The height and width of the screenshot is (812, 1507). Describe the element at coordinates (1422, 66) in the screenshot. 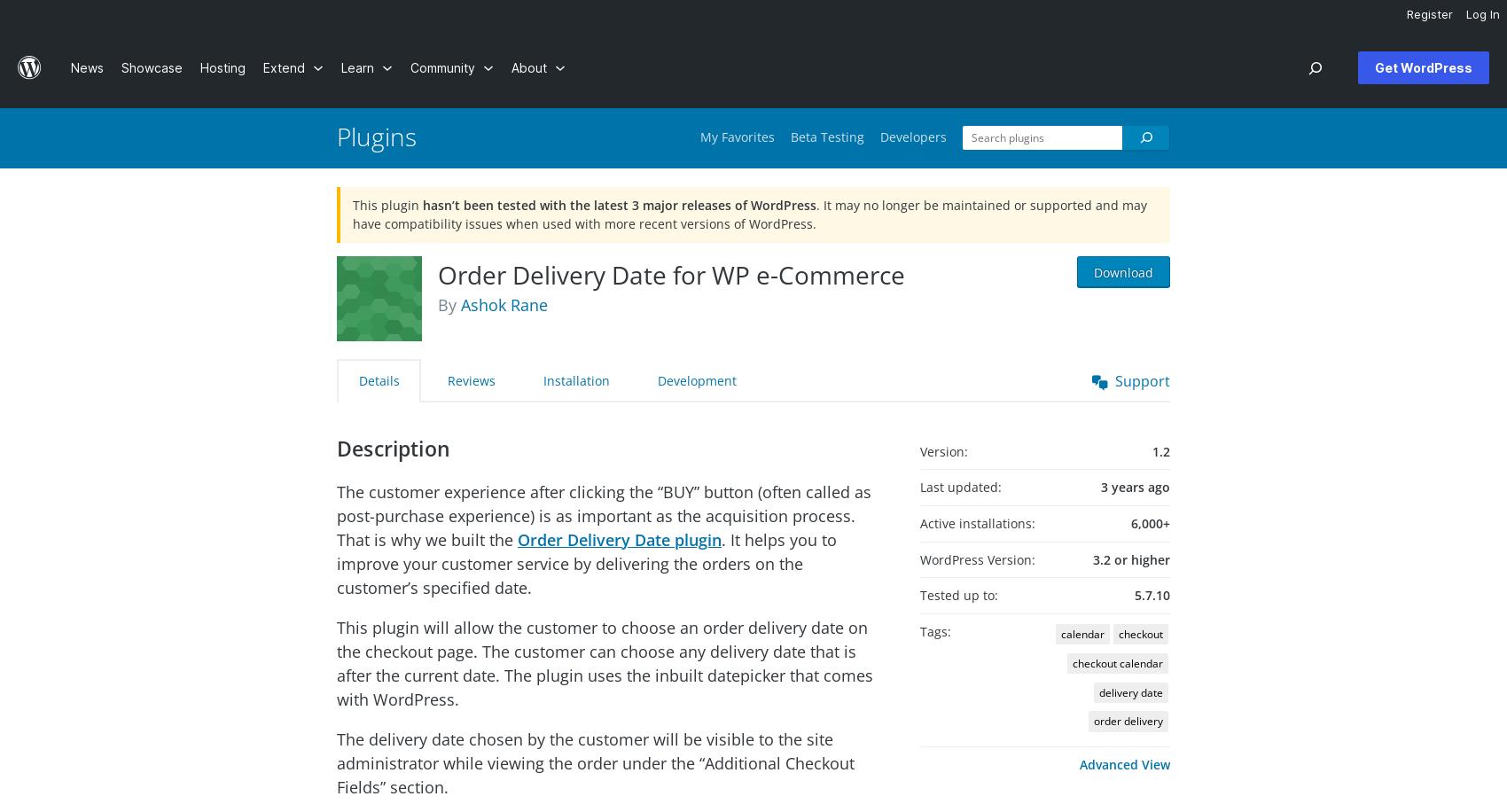

I see `'Get WordPress'` at that location.